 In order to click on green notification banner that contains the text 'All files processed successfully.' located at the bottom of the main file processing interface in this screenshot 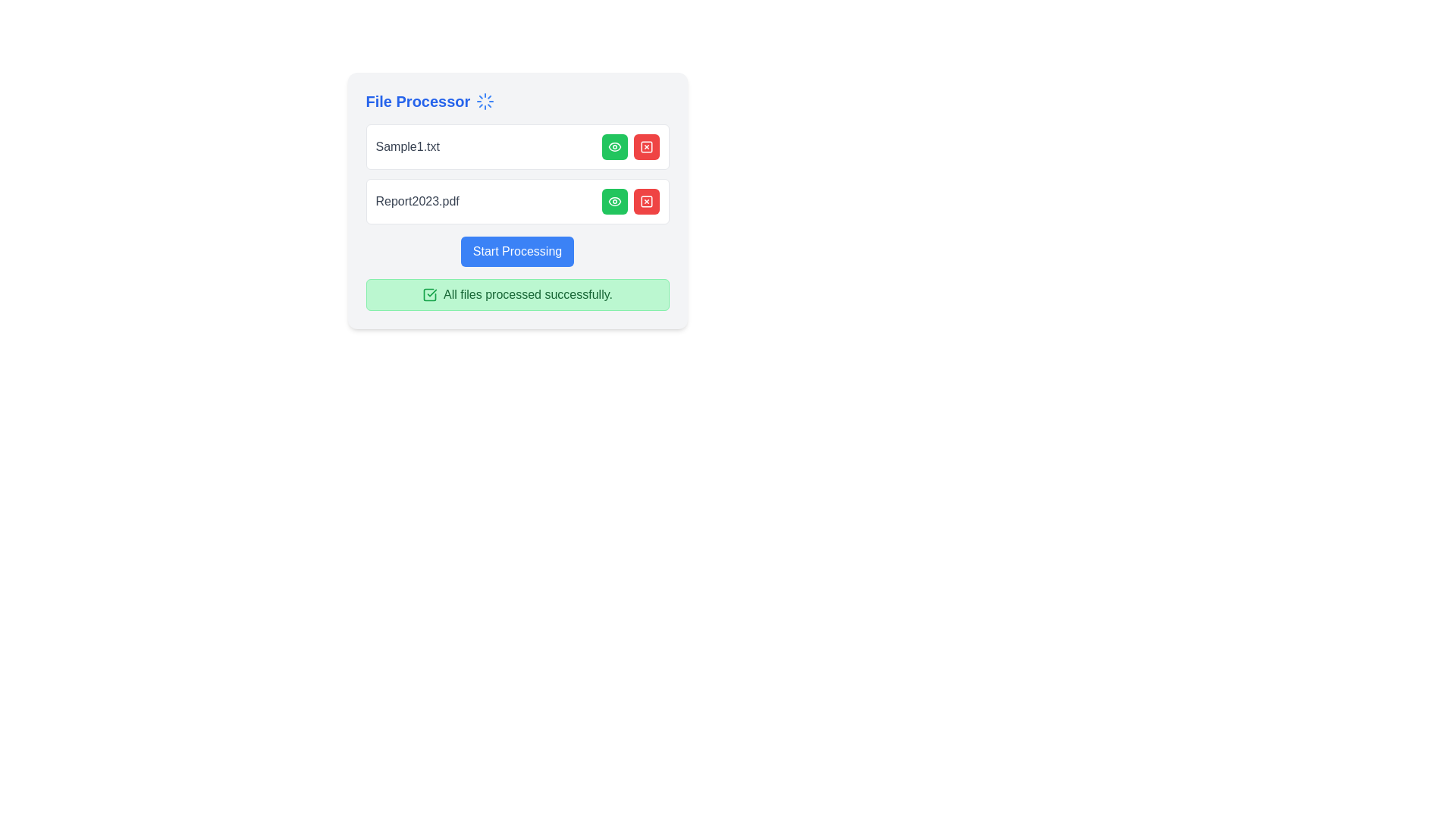, I will do `click(517, 295)`.